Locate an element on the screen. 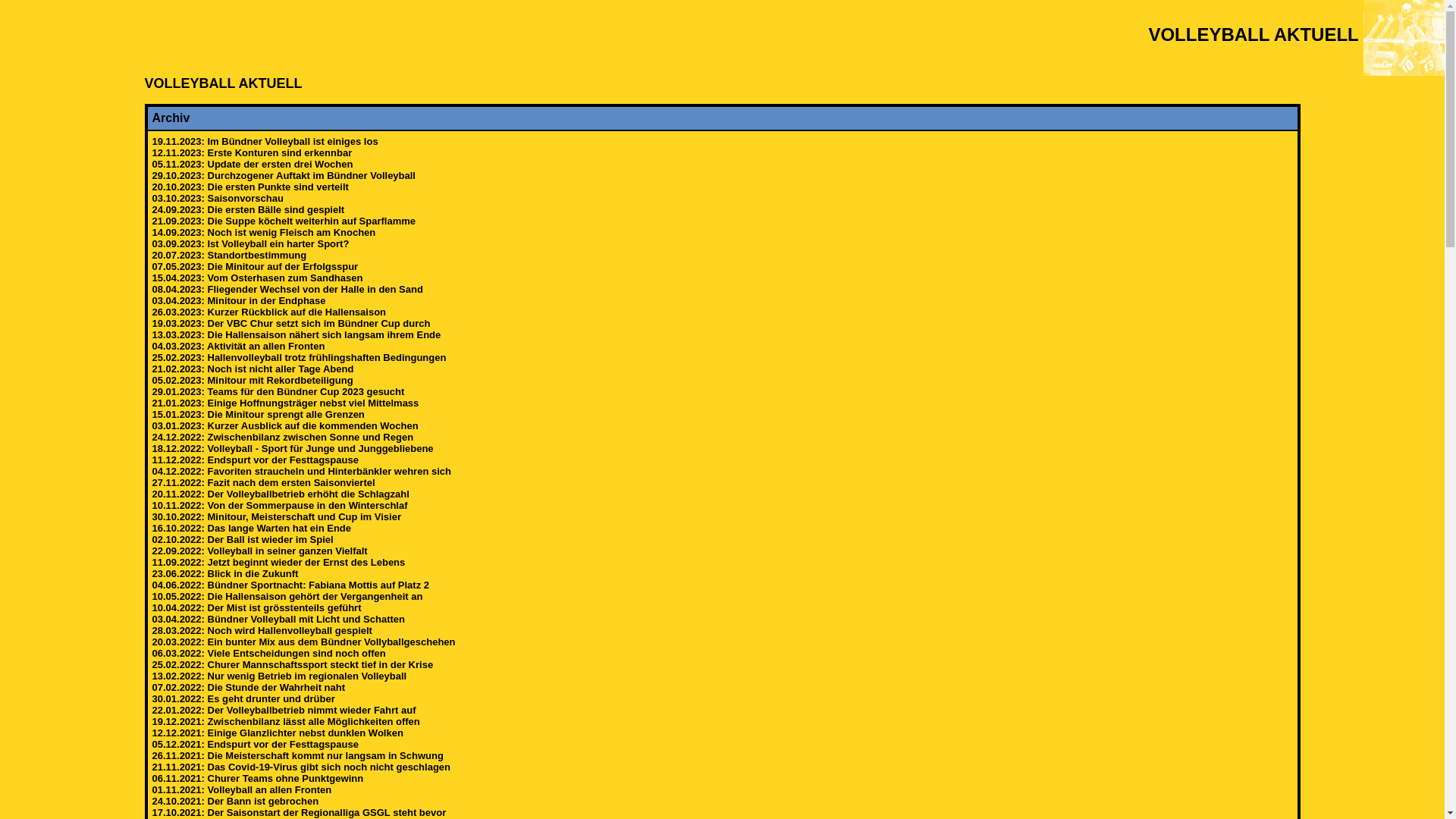  '03.01.2023: Kurzer Ausblick auf die kommenden Wochen' is located at coordinates (284, 425).